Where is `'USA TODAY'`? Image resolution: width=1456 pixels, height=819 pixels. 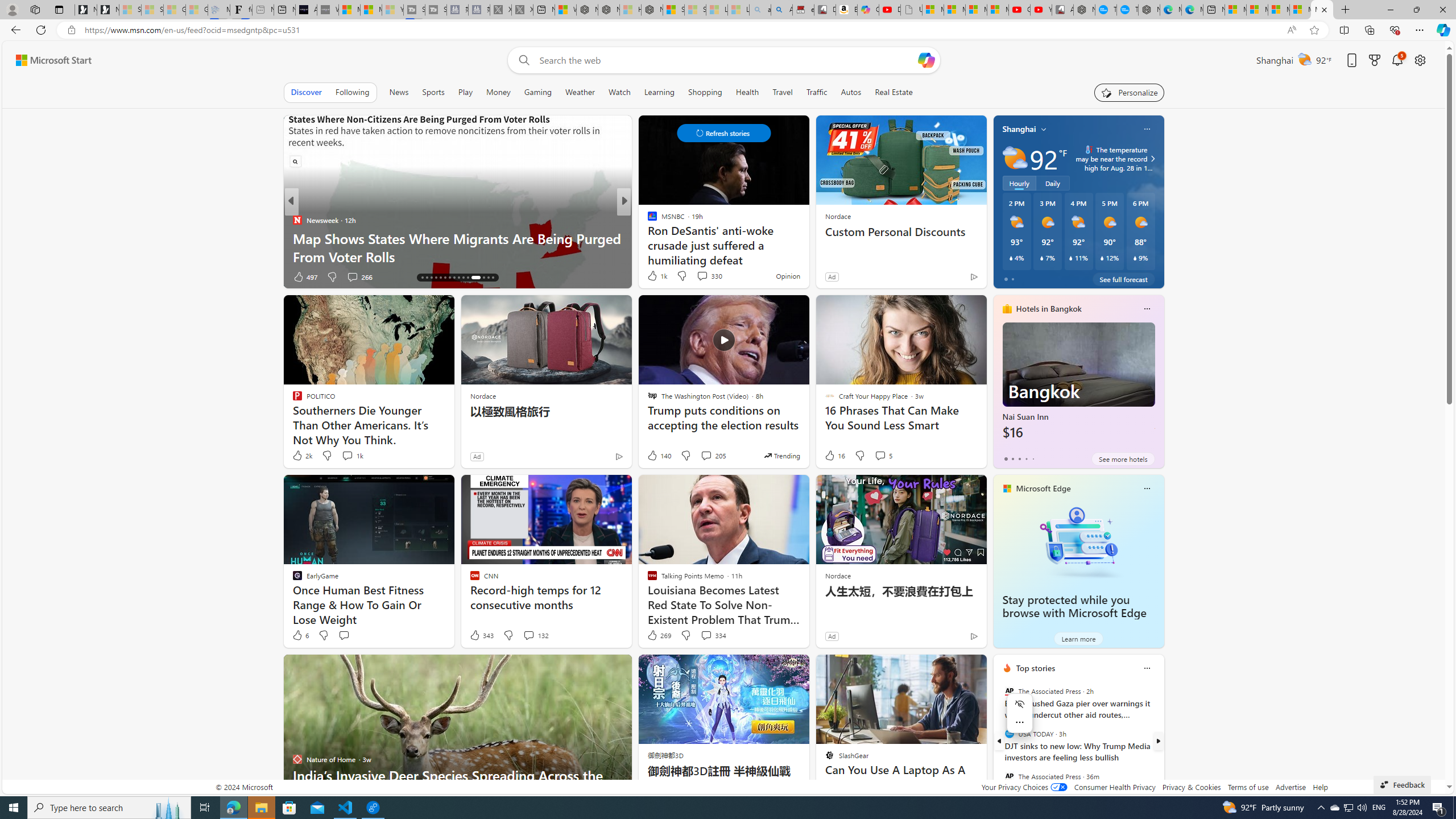 'USA TODAY' is located at coordinates (1008, 734).